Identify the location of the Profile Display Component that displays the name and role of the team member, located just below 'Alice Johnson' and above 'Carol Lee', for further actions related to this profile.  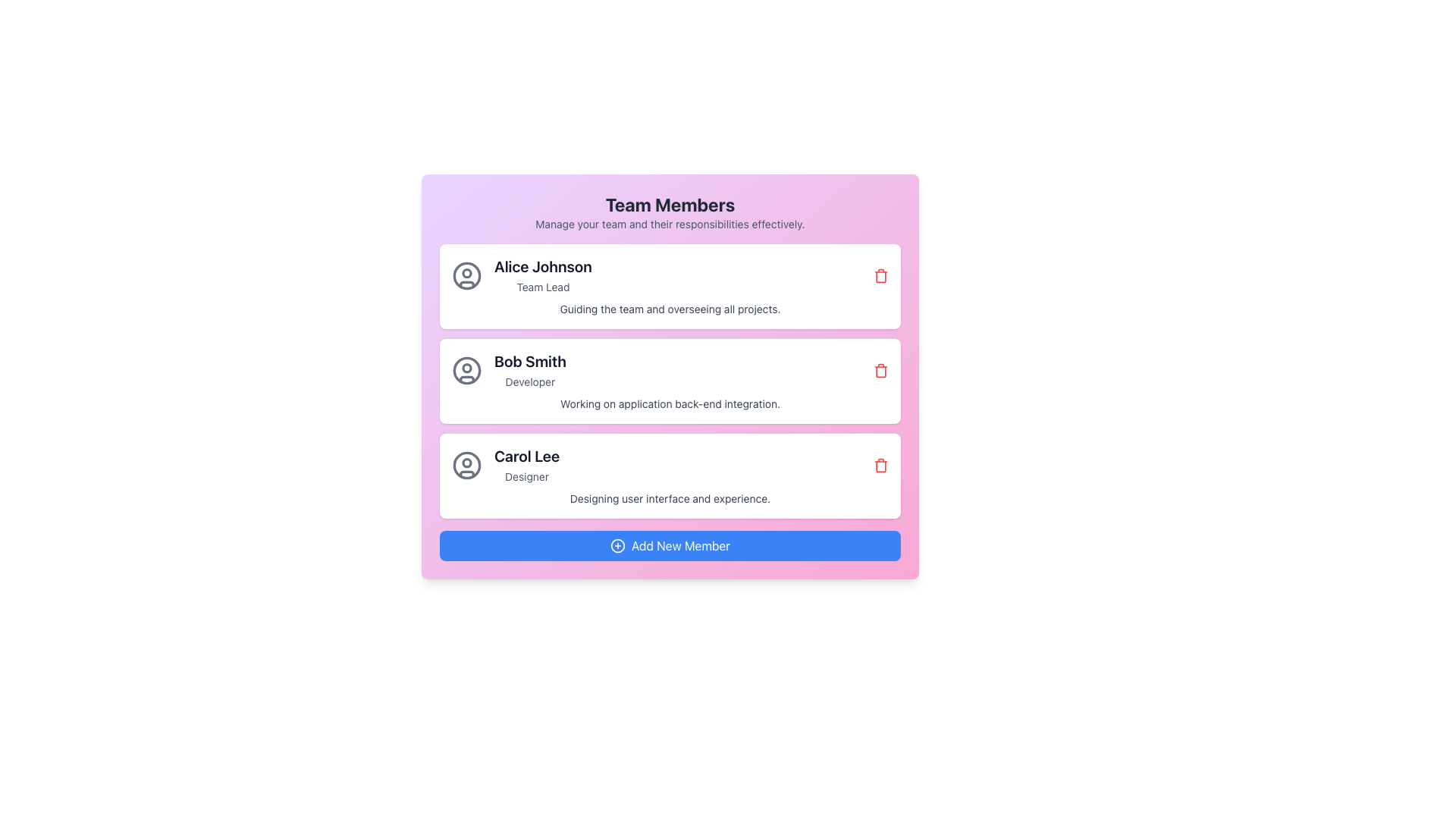
(509, 371).